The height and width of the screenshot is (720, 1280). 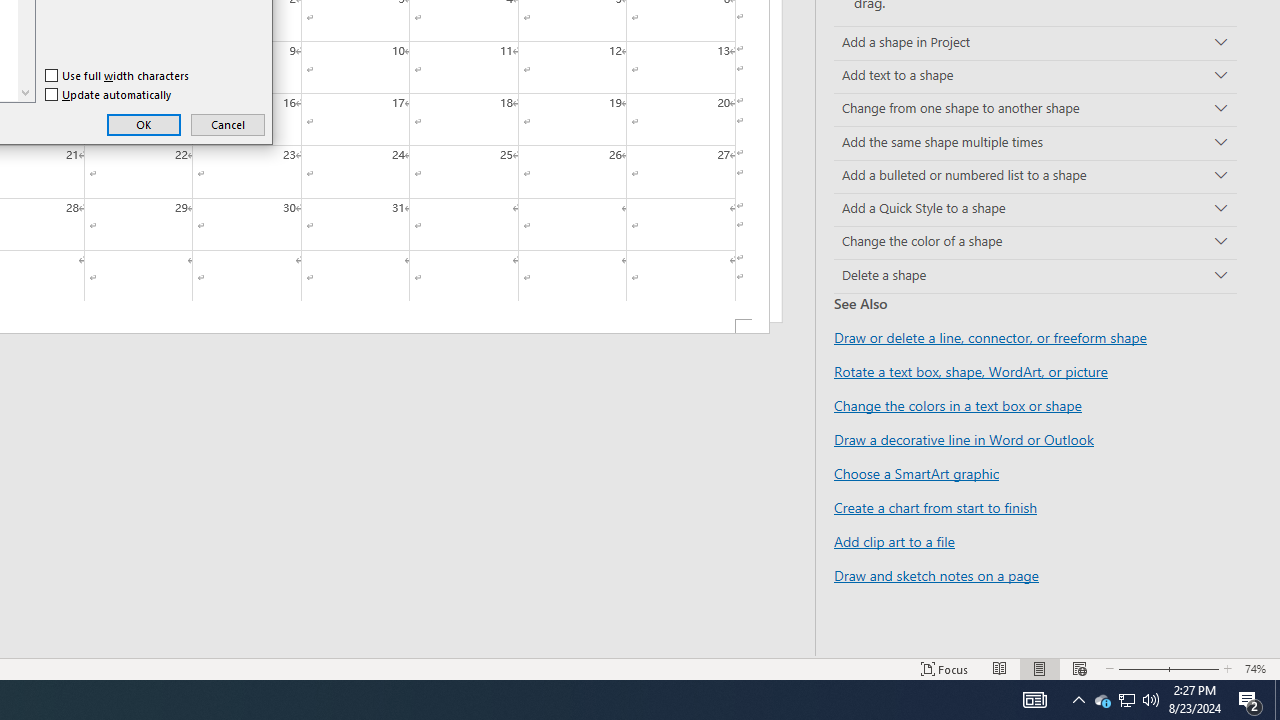 I want to click on 'Add text to a shape', so click(x=1035, y=76).